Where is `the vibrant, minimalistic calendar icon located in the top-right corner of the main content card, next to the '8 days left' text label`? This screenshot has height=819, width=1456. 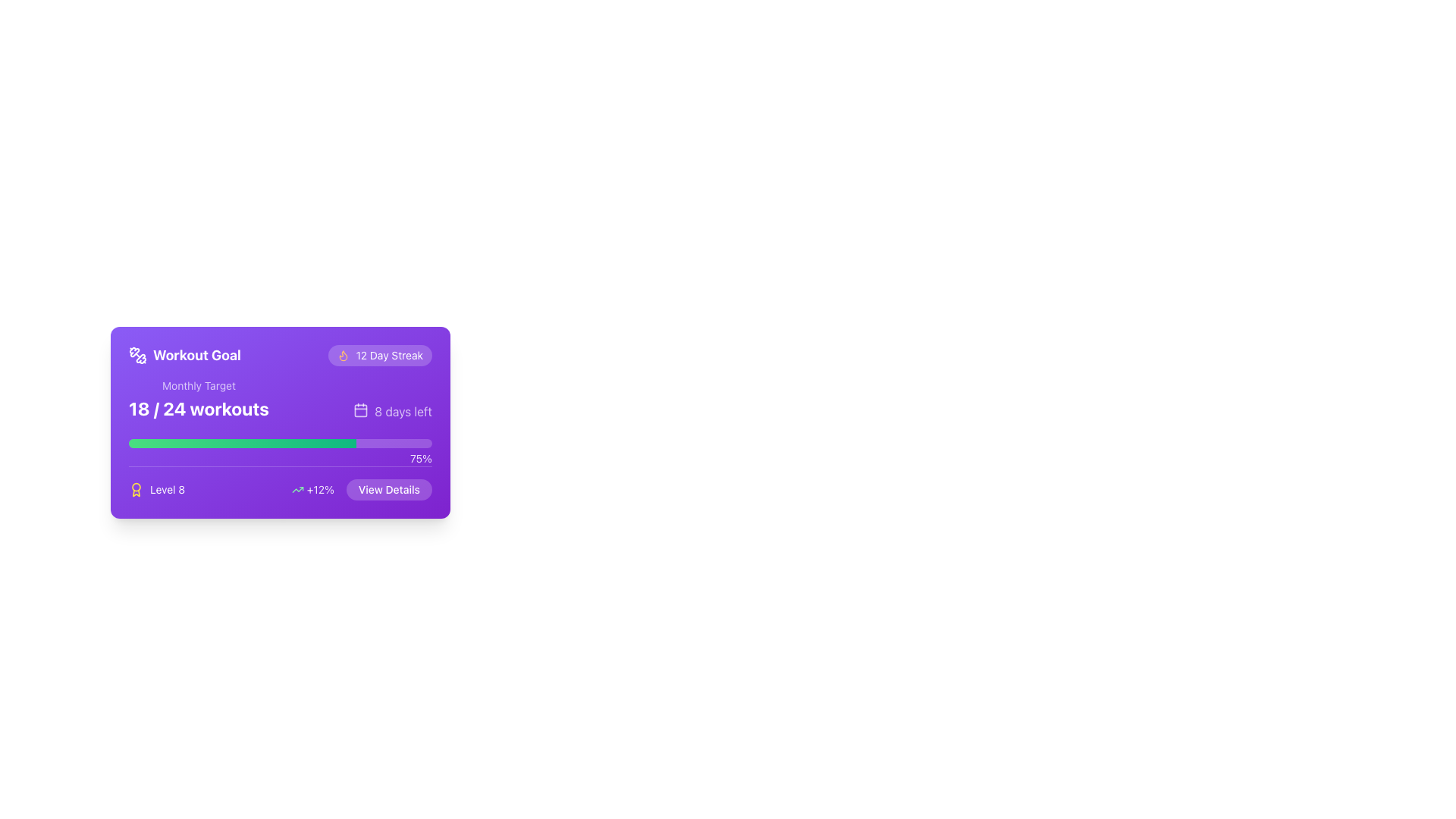
the vibrant, minimalistic calendar icon located in the top-right corner of the main content card, next to the '8 days left' text label is located at coordinates (360, 410).